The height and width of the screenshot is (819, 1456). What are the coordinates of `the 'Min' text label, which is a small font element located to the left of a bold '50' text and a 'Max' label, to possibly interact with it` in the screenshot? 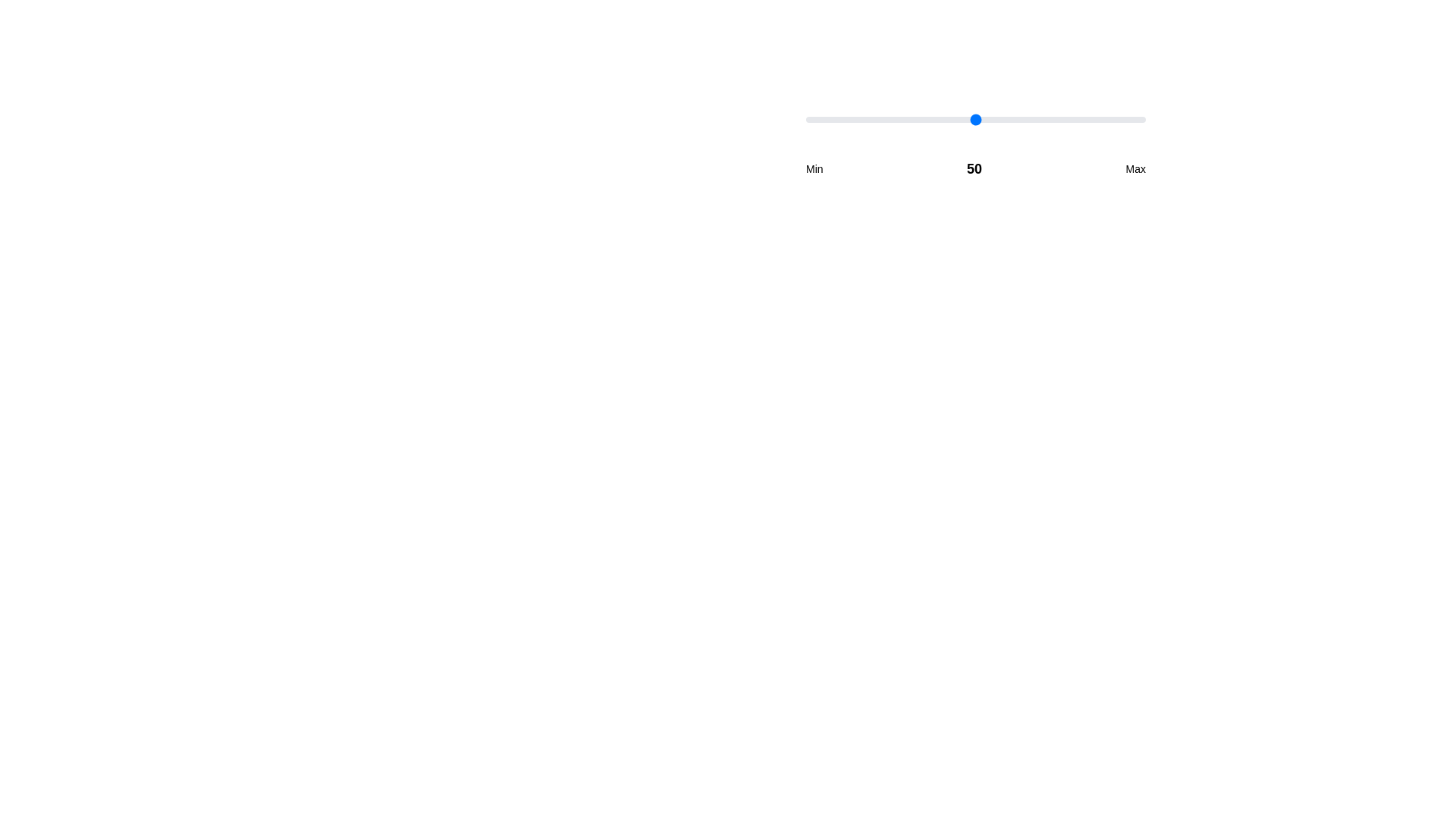 It's located at (814, 169).